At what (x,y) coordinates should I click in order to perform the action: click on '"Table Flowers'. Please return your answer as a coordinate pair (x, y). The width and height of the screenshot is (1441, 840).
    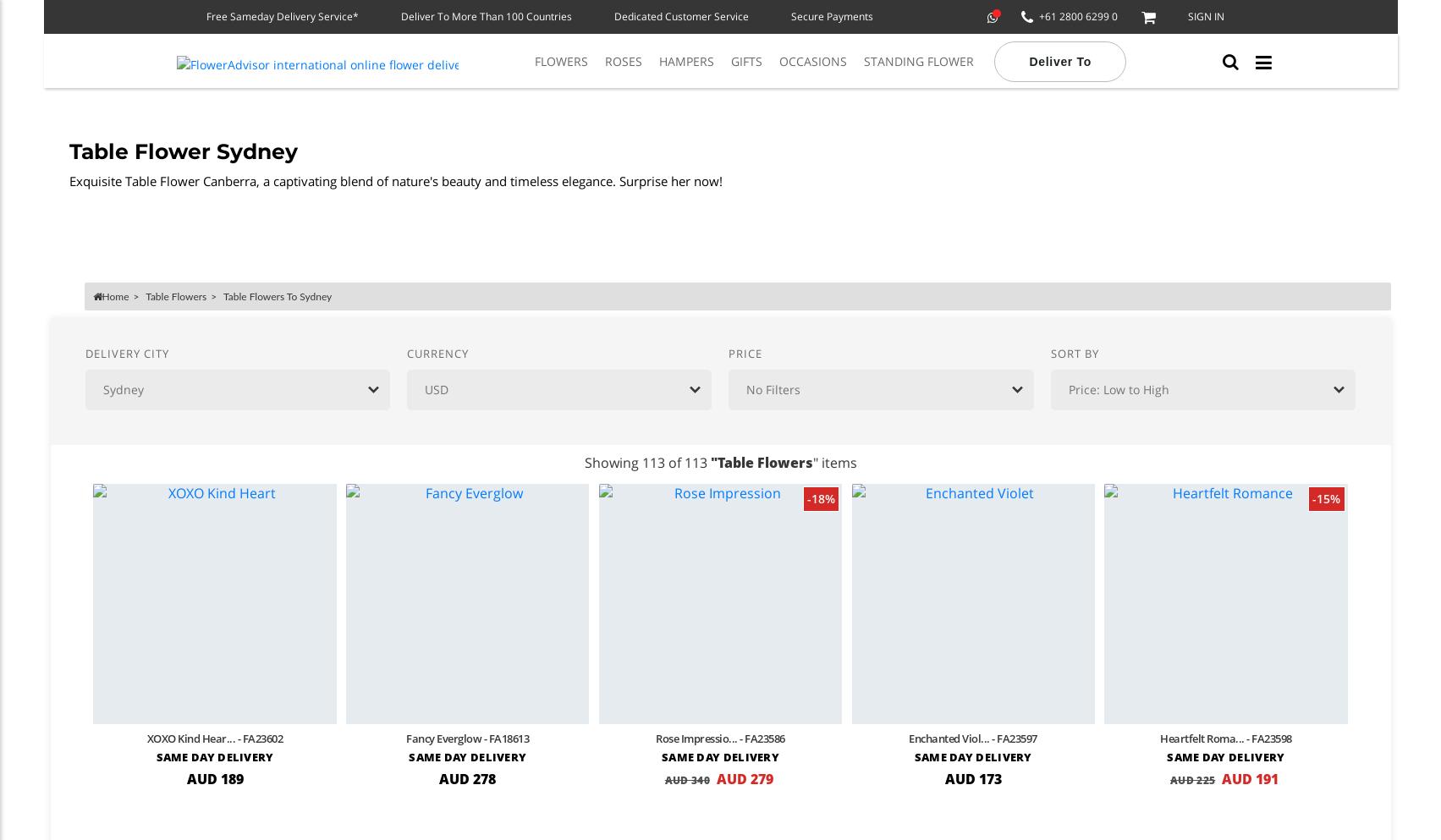
    Looking at the image, I should click on (760, 462).